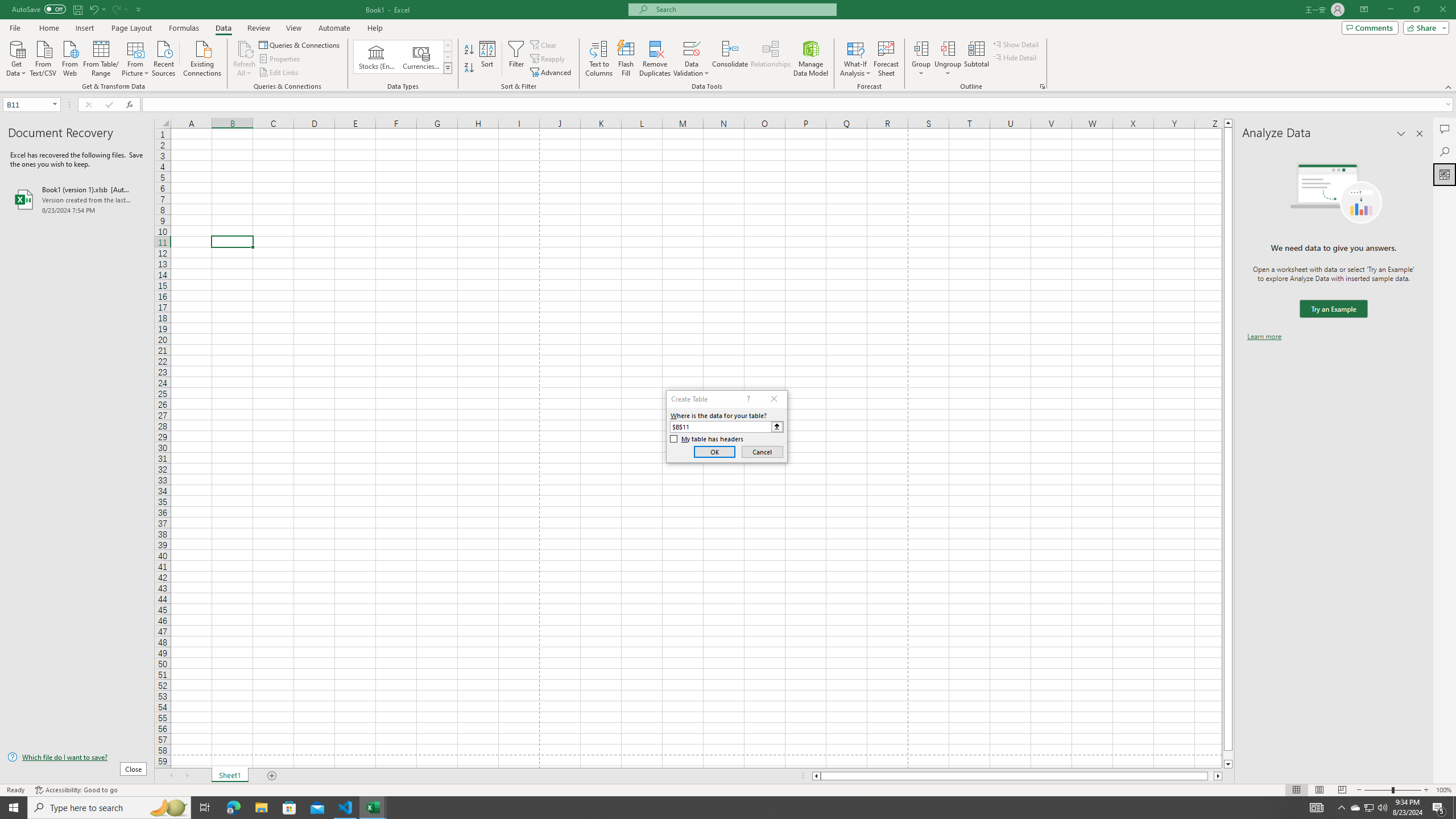 Image resolution: width=1456 pixels, height=819 pixels. Describe the element at coordinates (244, 48) in the screenshot. I see `'Refresh All'` at that location.